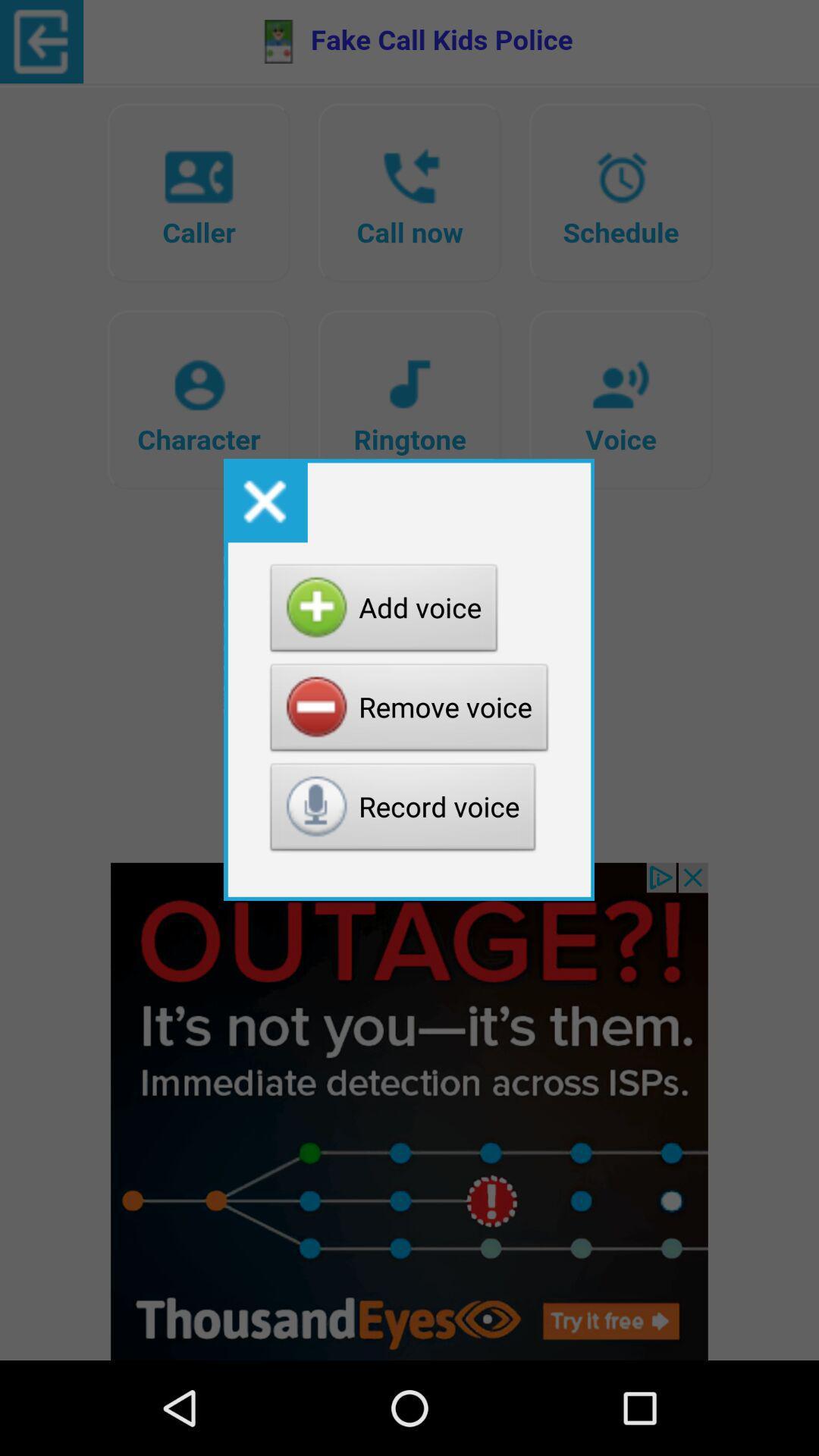 Image resolution: width=819 pixels, height=1456 pixels. What do you see at coordinates (409, 711) in the screenshot?
I see `item below add voice button` at bounding box center [409, 711].